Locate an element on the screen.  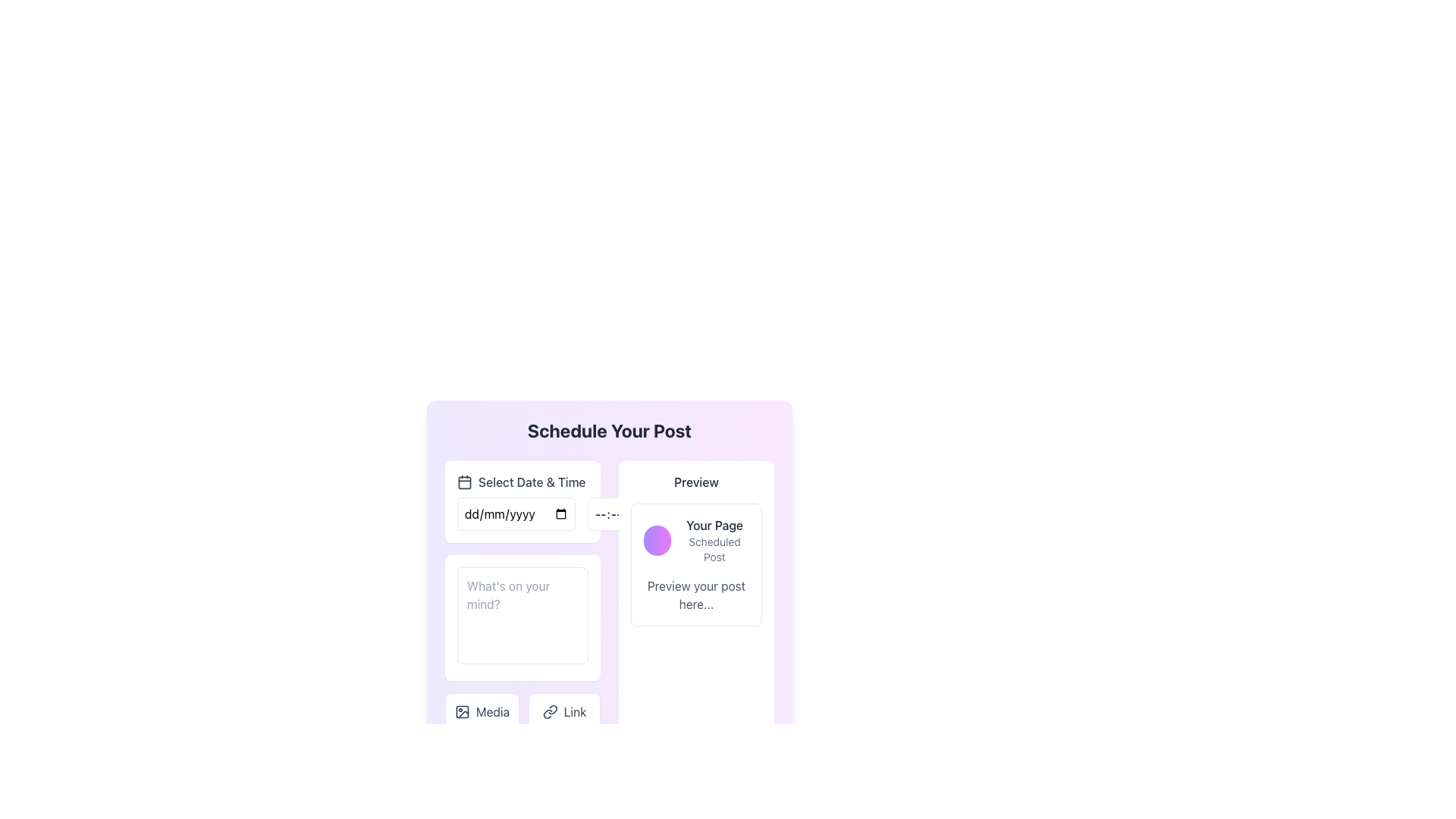
the interactive calendar icon located to the left of the 'Select Date & Time' label by moving the cursor to its center point is located at coordinates (464, 482).